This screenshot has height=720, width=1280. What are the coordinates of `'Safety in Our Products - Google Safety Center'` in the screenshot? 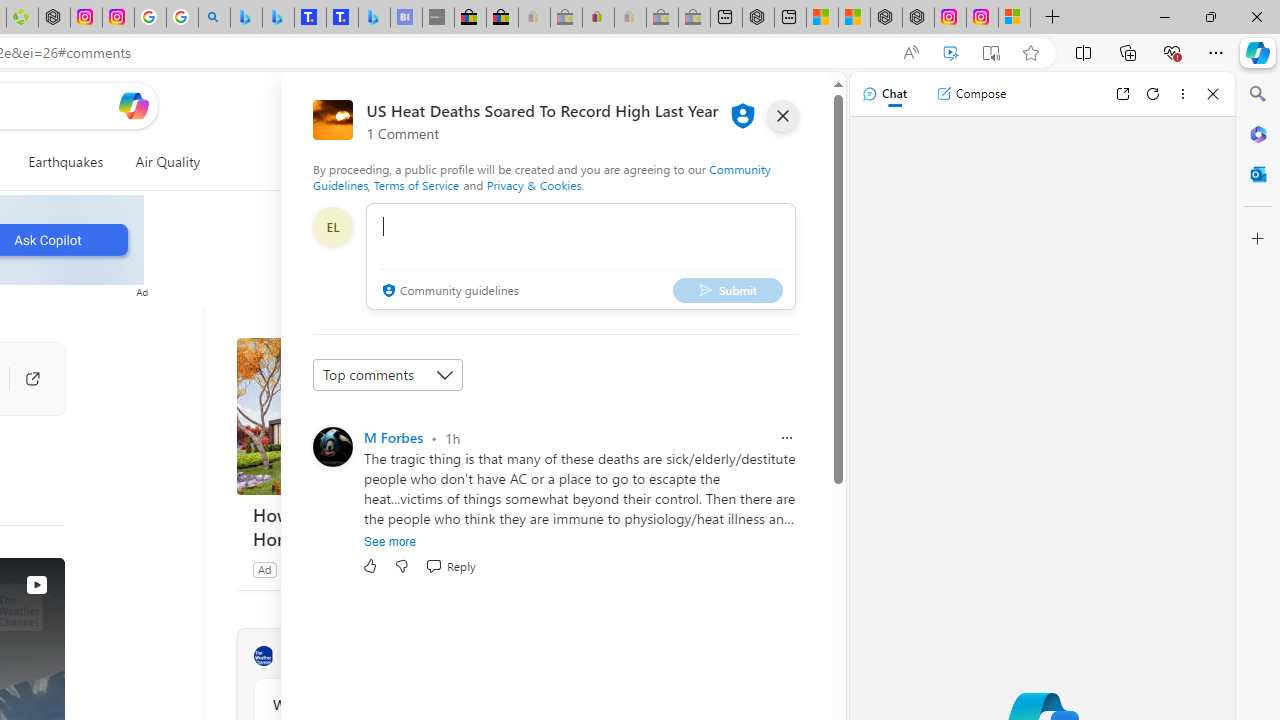 It's located at (149, 17).